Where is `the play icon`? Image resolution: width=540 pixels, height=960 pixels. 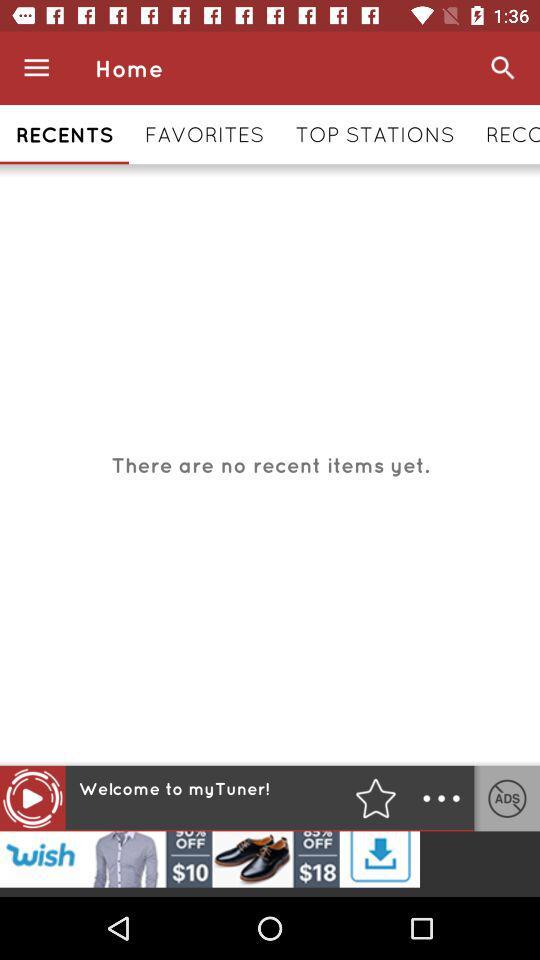
the play icon is located at coordinates (31, 798).